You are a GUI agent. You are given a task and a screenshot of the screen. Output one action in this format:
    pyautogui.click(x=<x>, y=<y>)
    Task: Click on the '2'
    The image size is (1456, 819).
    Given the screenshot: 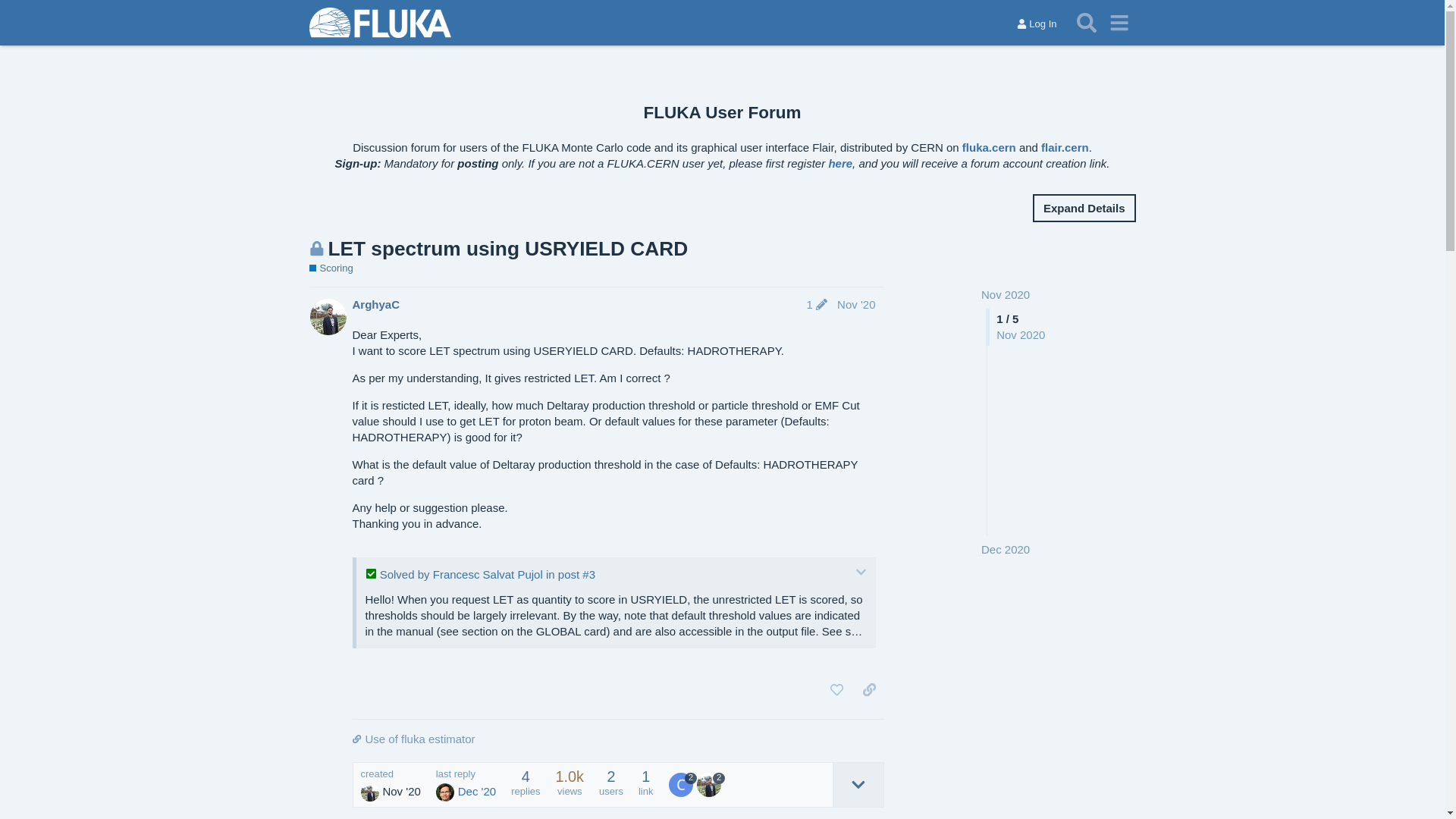 What is the action you would take?
    pyautogui.click(x=682, y=784)
    